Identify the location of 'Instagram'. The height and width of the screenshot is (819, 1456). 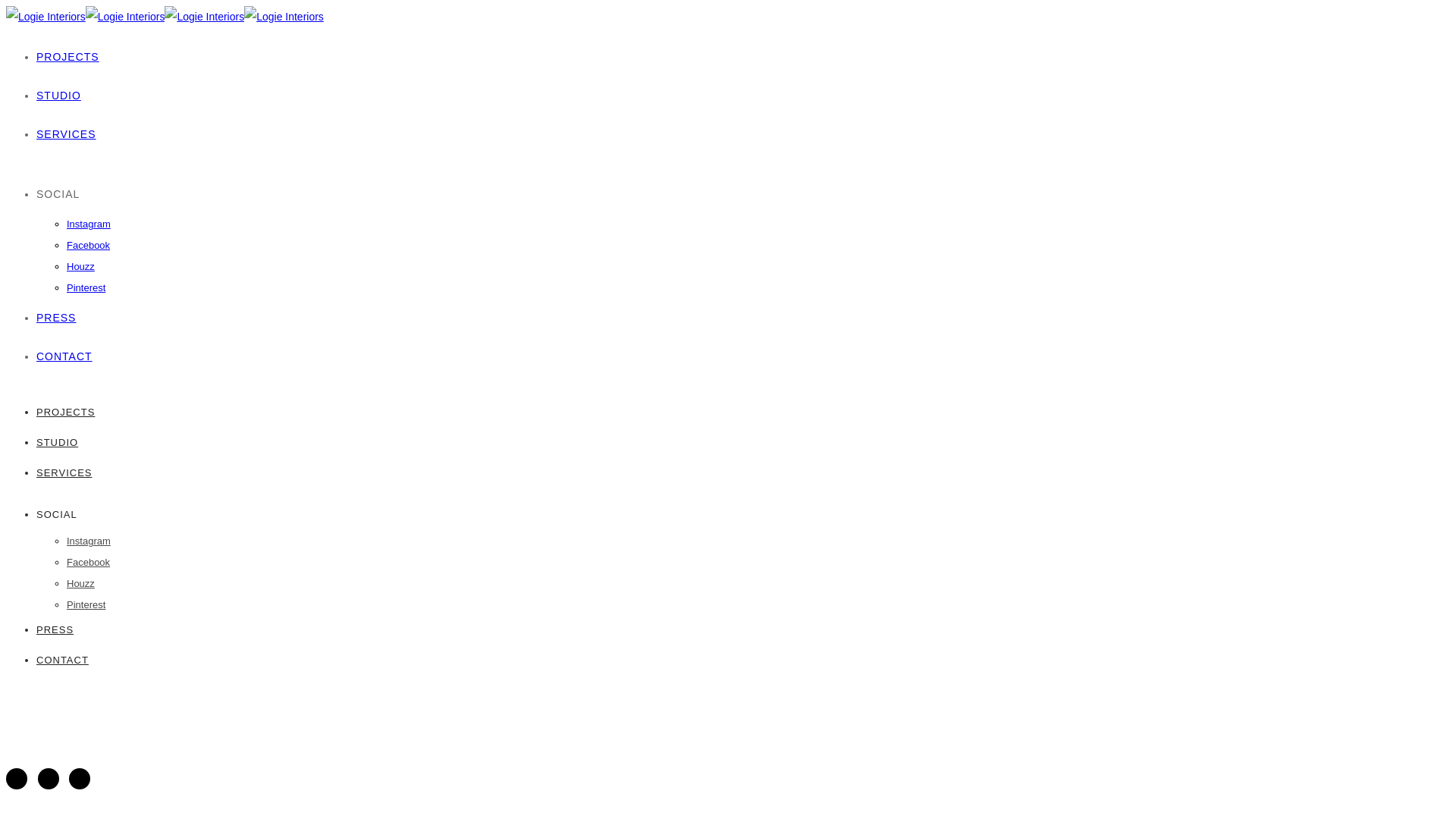
(87, 540).